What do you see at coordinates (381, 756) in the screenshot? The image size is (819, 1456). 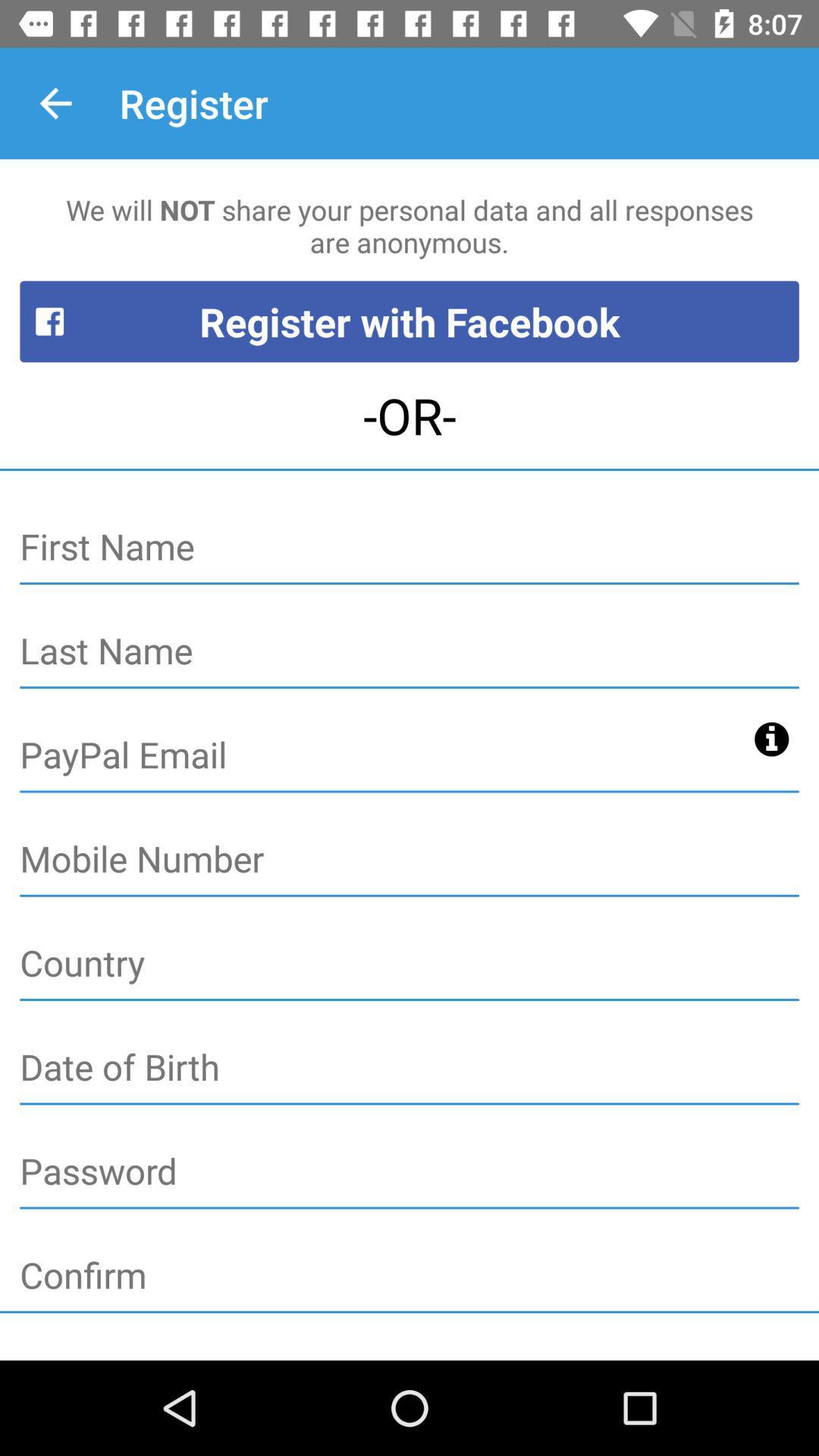 I see `paypal information` at bounding box center [381, 756].